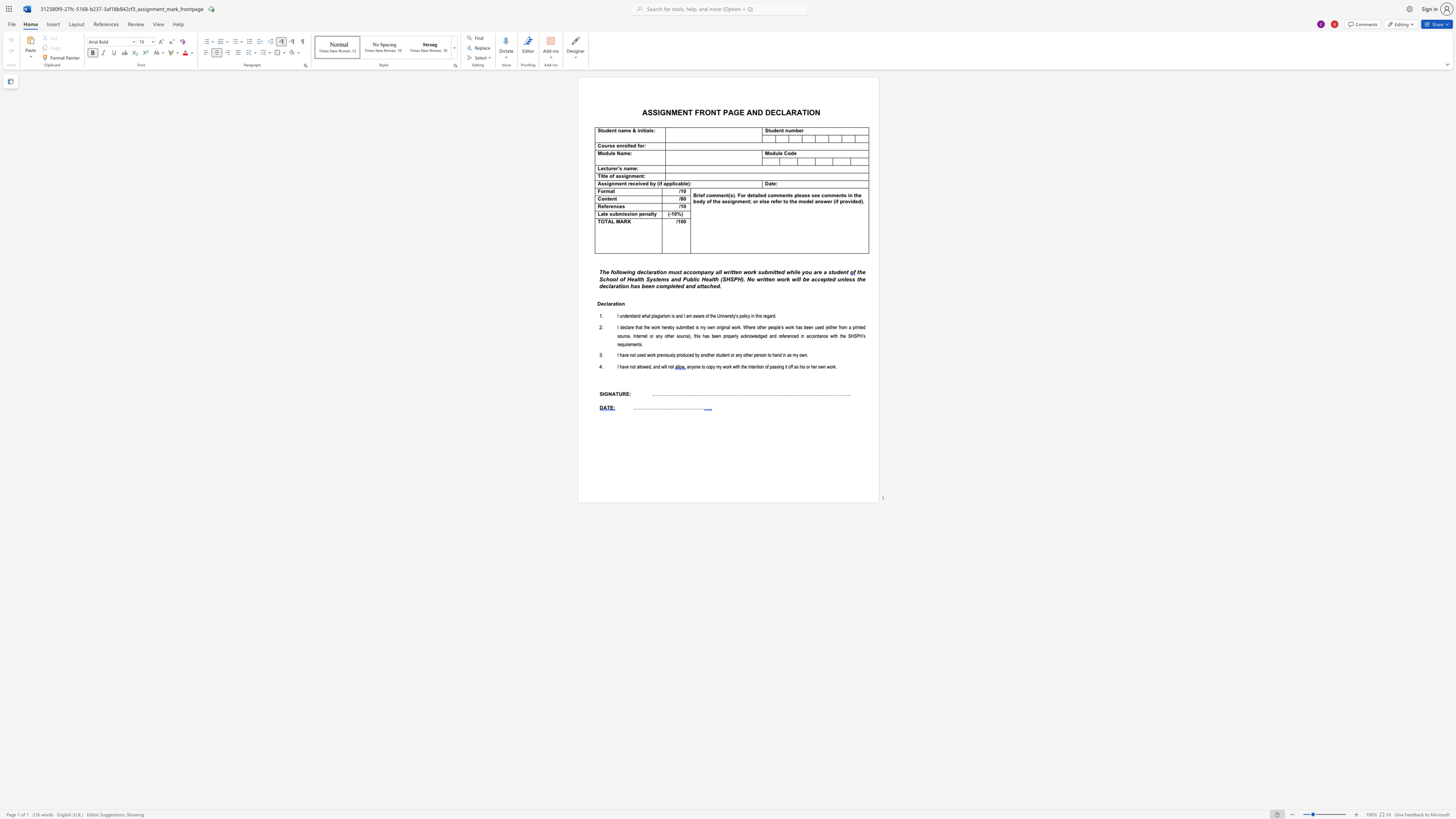  I want to click on the space between the continuous character "d" and "e" in the text, so click(608, 130).